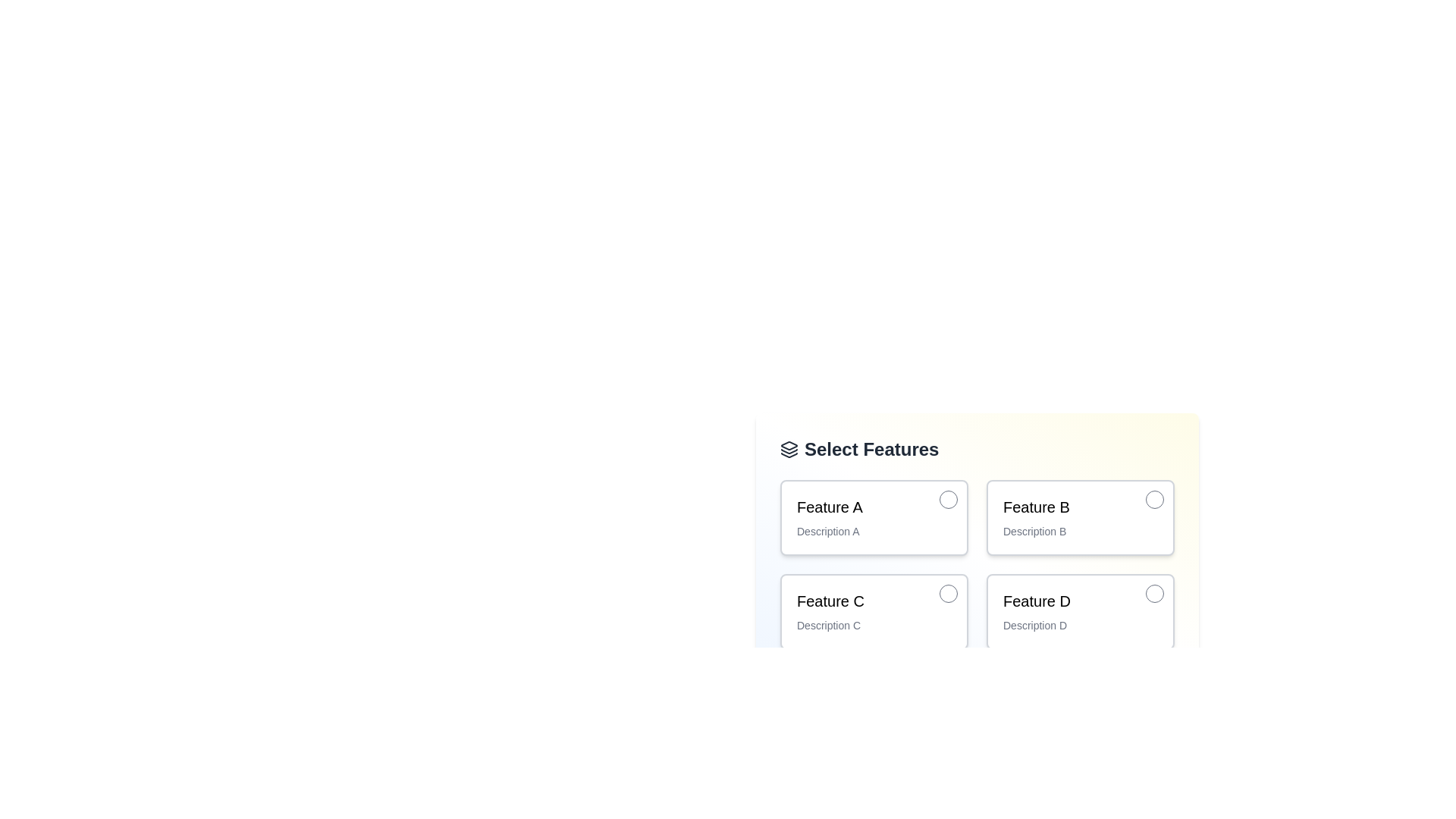 The image size is (1456, 819). Describe the element at coordinates (948, 500) in the screenshot. I see `the small, circular button with a white background and thin gray border located in the top-right corner of the 'Feature A' card` at that location.